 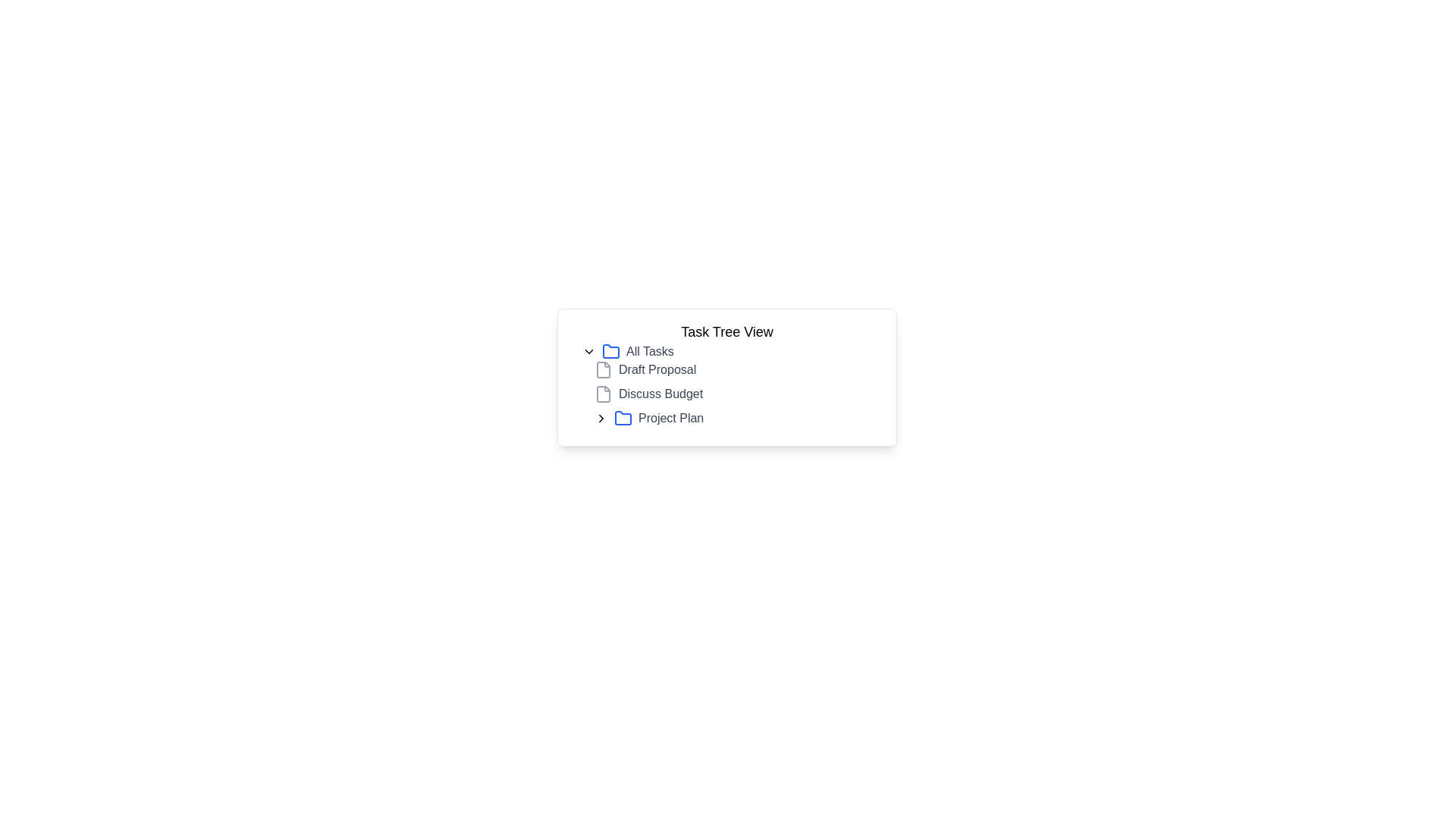 What do you see at coordinates (661, 394) in the screenshot?
I see `the content of the text label displaying 'Discuss Budget' in dark gray color, which is the third item in the list under the 'All Tasks' node in the 'Task Tree View.'` at bounding box center [661, 394].